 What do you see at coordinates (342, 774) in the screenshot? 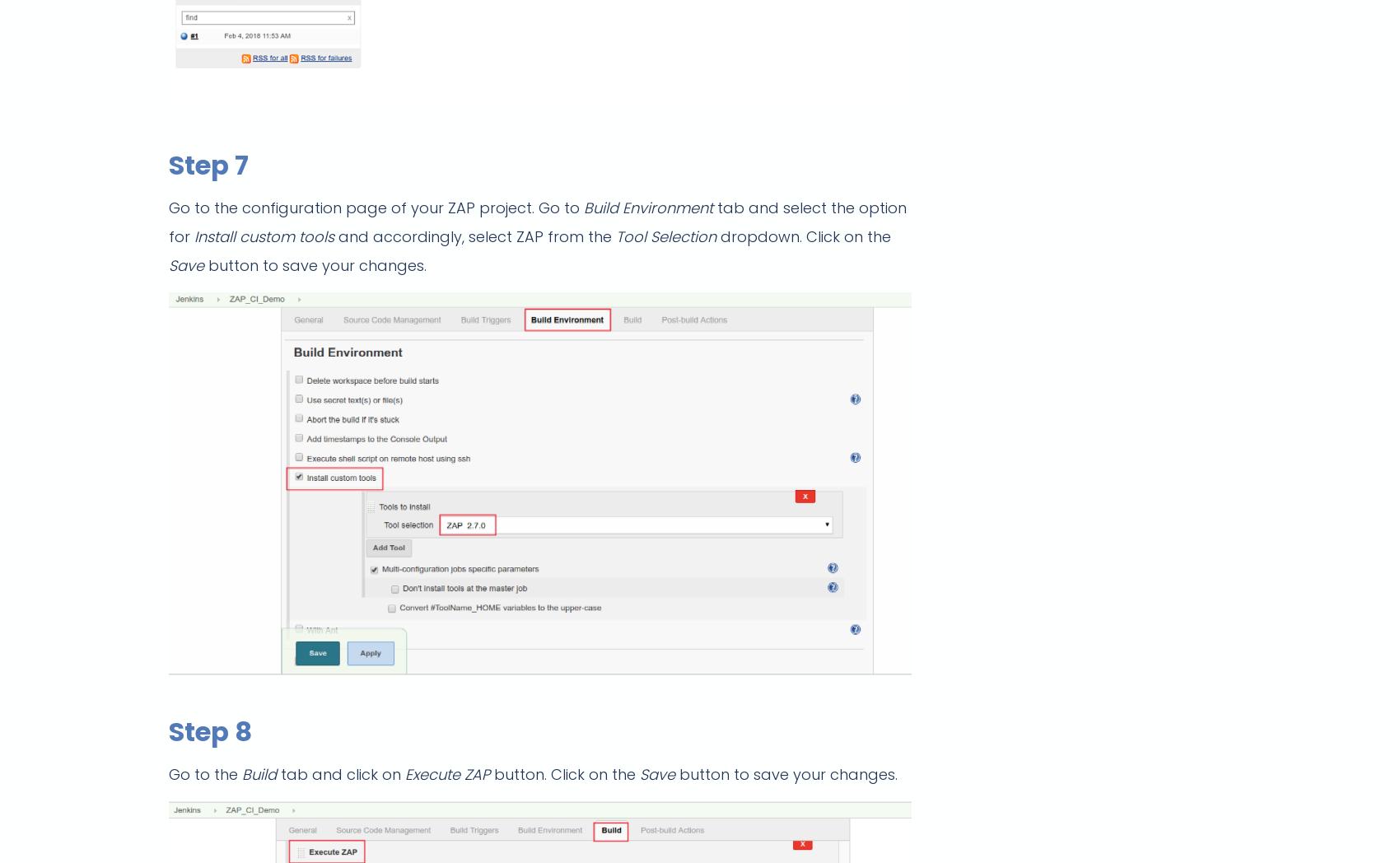
I see `'tab and click on'` at bounding box center [342, 774].